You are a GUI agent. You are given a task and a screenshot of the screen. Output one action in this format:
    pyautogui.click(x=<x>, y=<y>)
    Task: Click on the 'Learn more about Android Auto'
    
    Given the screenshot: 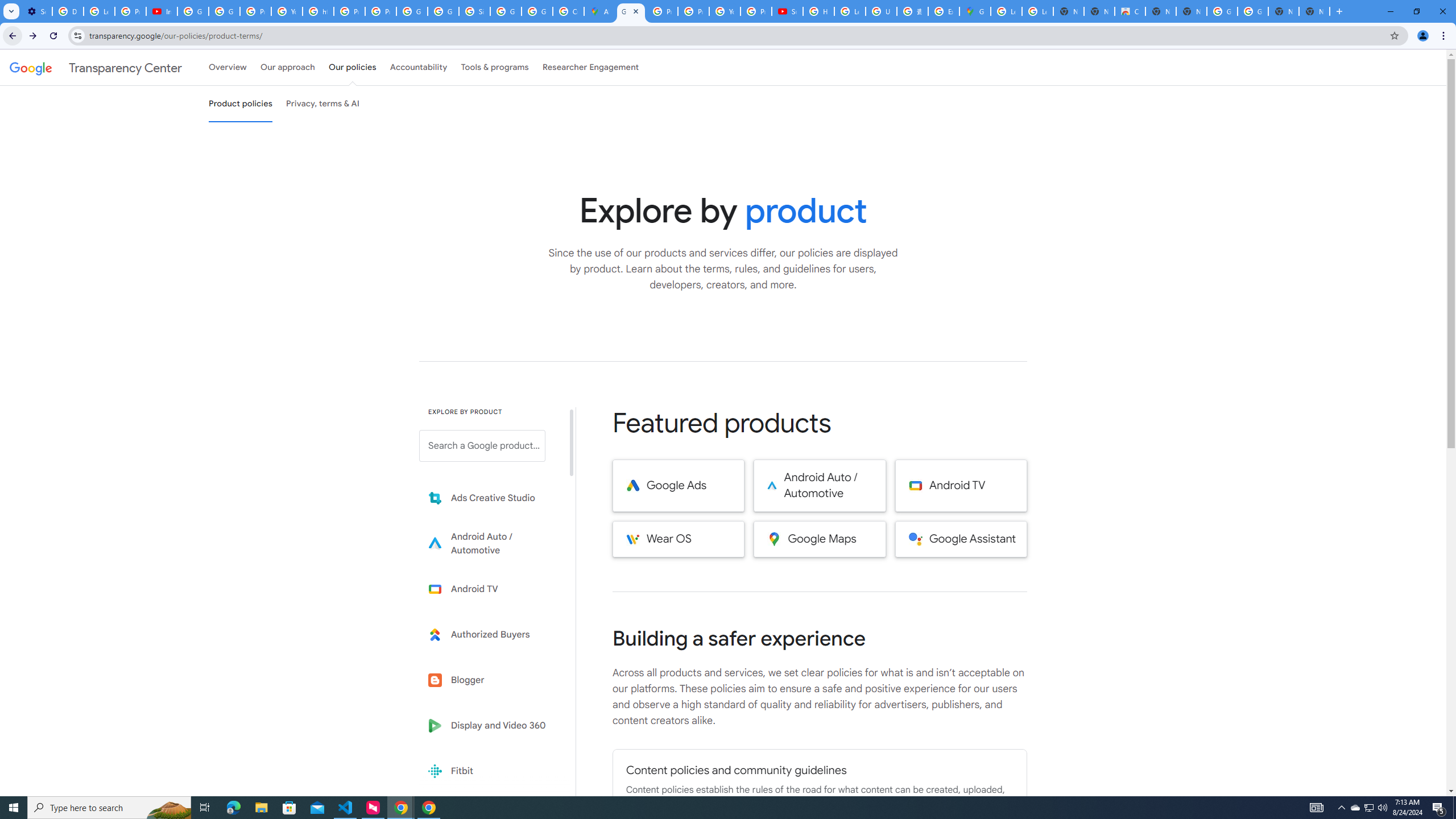 What is the action you would take?
    pyautogui.click(x=490, y=543)
    